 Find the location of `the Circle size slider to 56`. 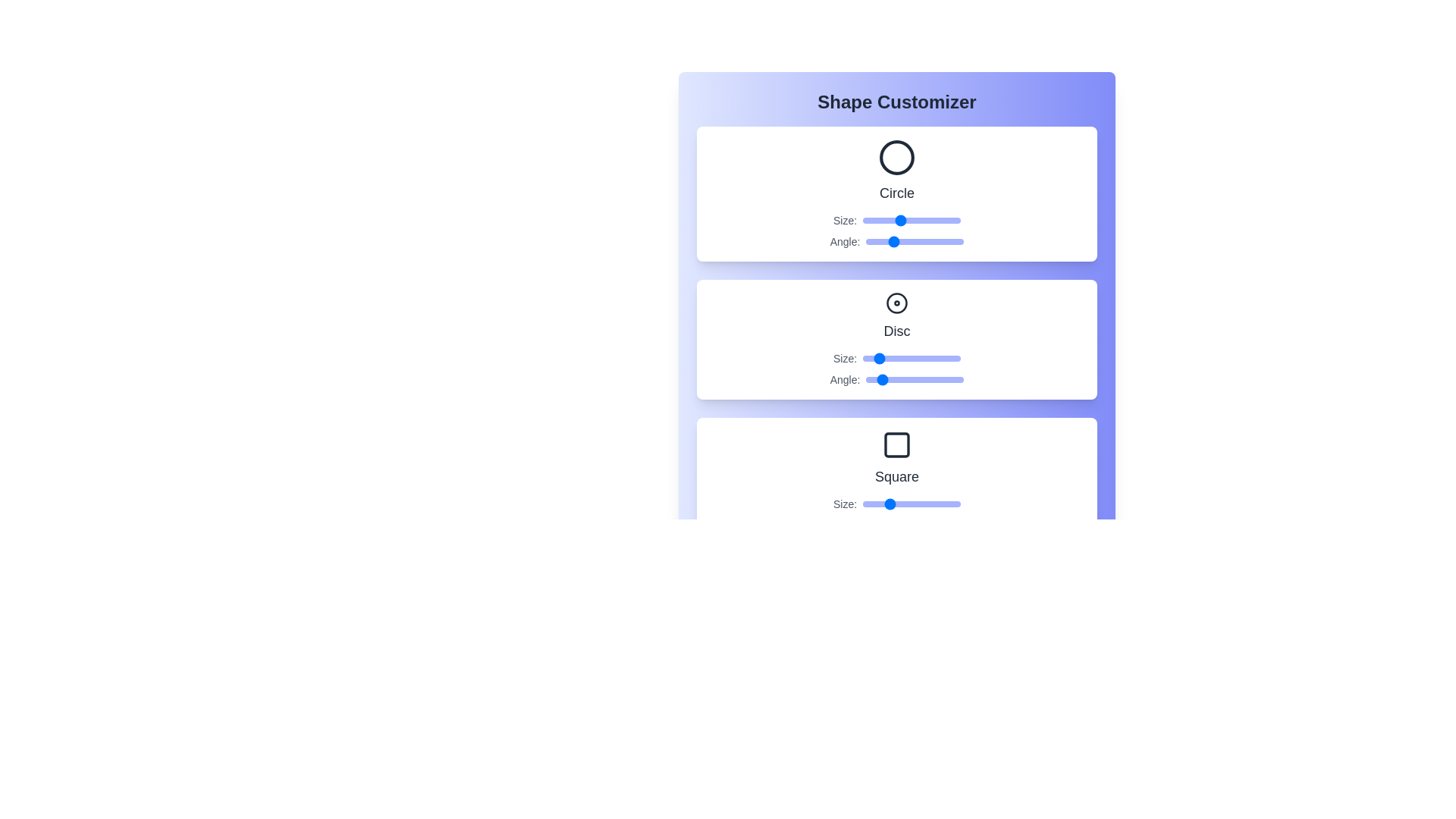

the Circle size slider to 56 is located at coordinates (907, 220).